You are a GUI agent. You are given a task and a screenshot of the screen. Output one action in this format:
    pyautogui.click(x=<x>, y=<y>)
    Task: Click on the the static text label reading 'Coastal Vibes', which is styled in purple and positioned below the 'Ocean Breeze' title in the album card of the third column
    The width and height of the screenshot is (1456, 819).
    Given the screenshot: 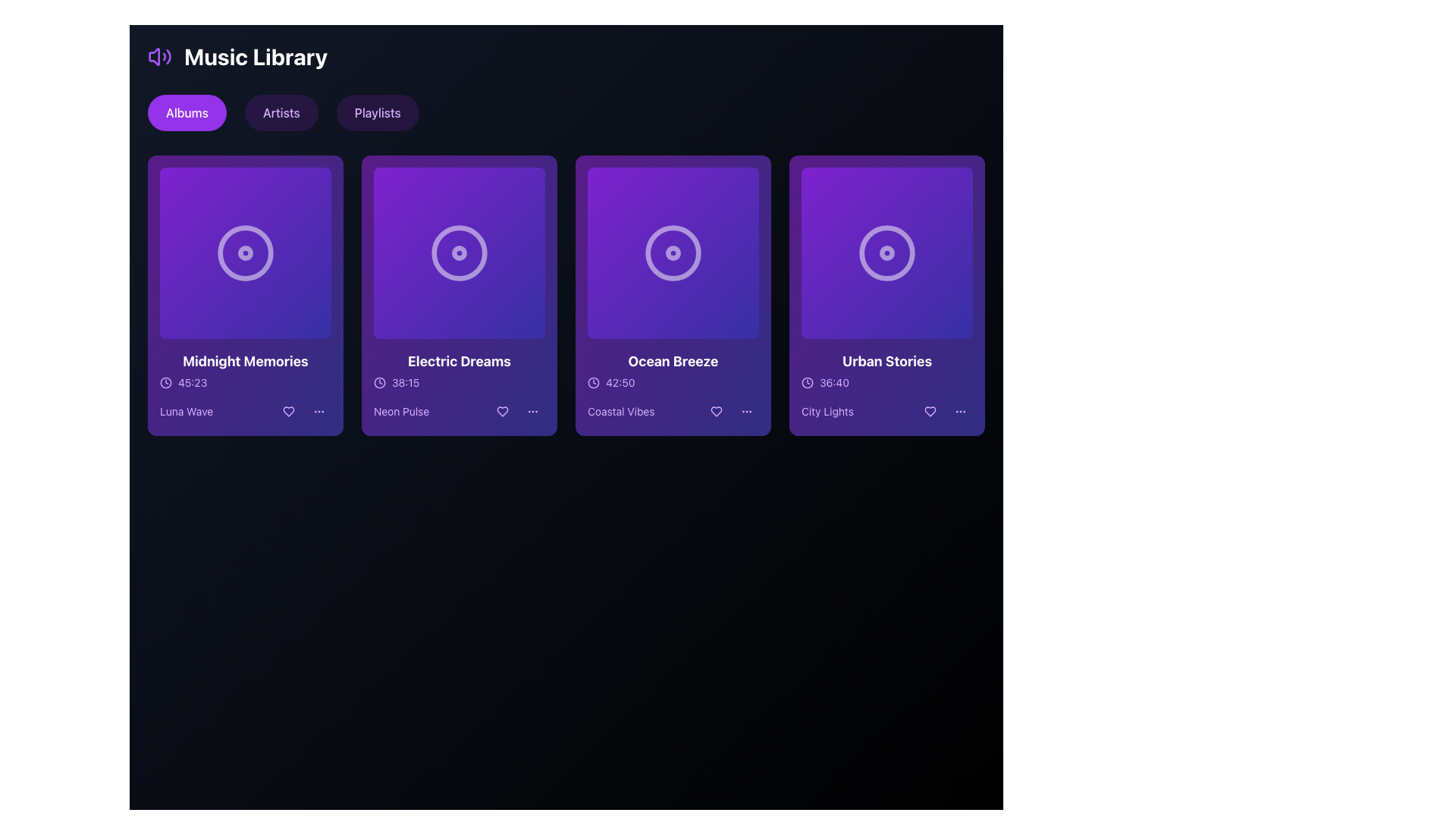 What is the action you would take?
    pyautogui.click(x=621, y=412)
    